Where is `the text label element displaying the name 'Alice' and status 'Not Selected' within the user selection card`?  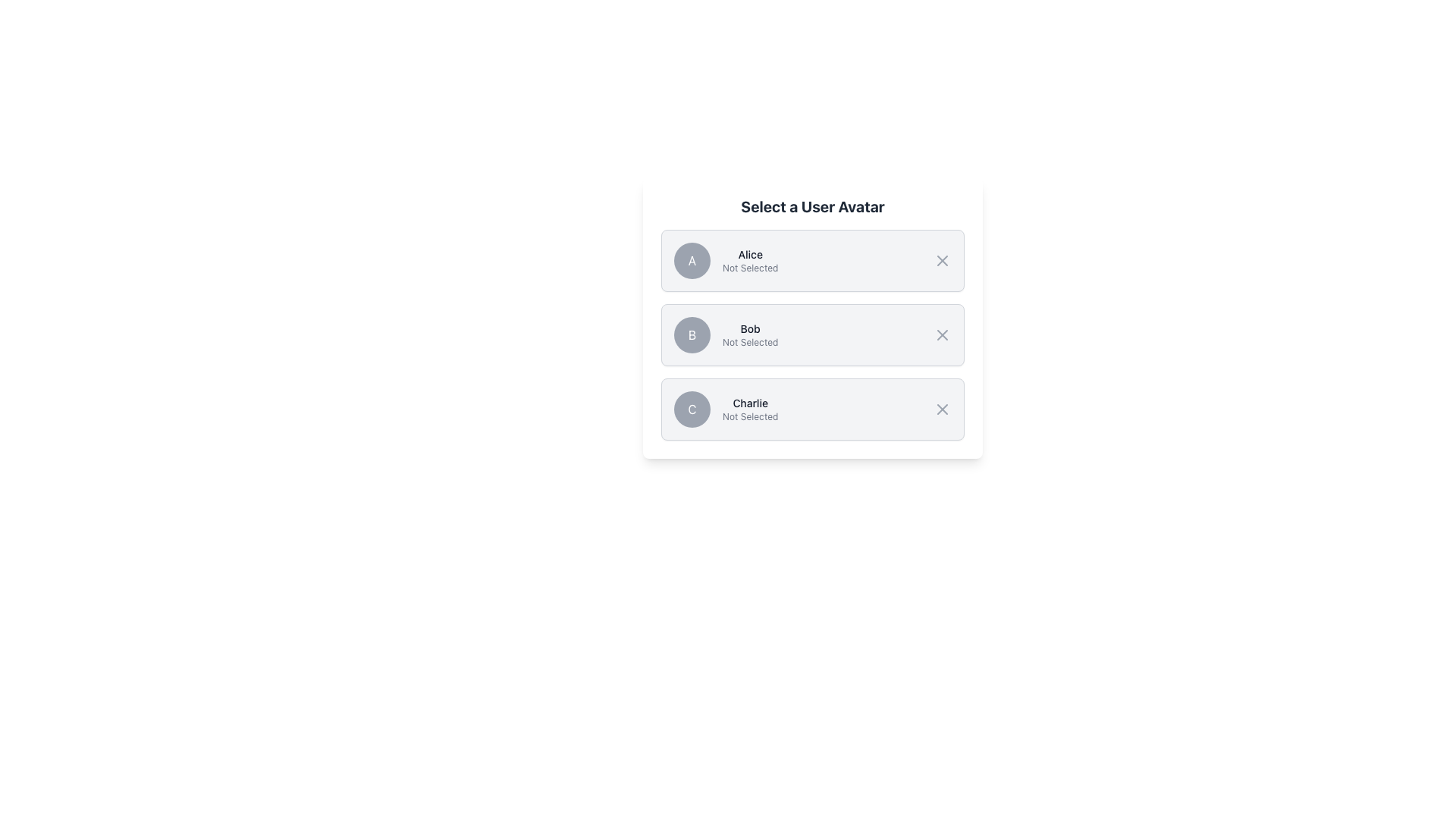
the text label element displaying the name 'Alice' and status 'Not Selected' within the user selection card is located at coordinates (750, 259).